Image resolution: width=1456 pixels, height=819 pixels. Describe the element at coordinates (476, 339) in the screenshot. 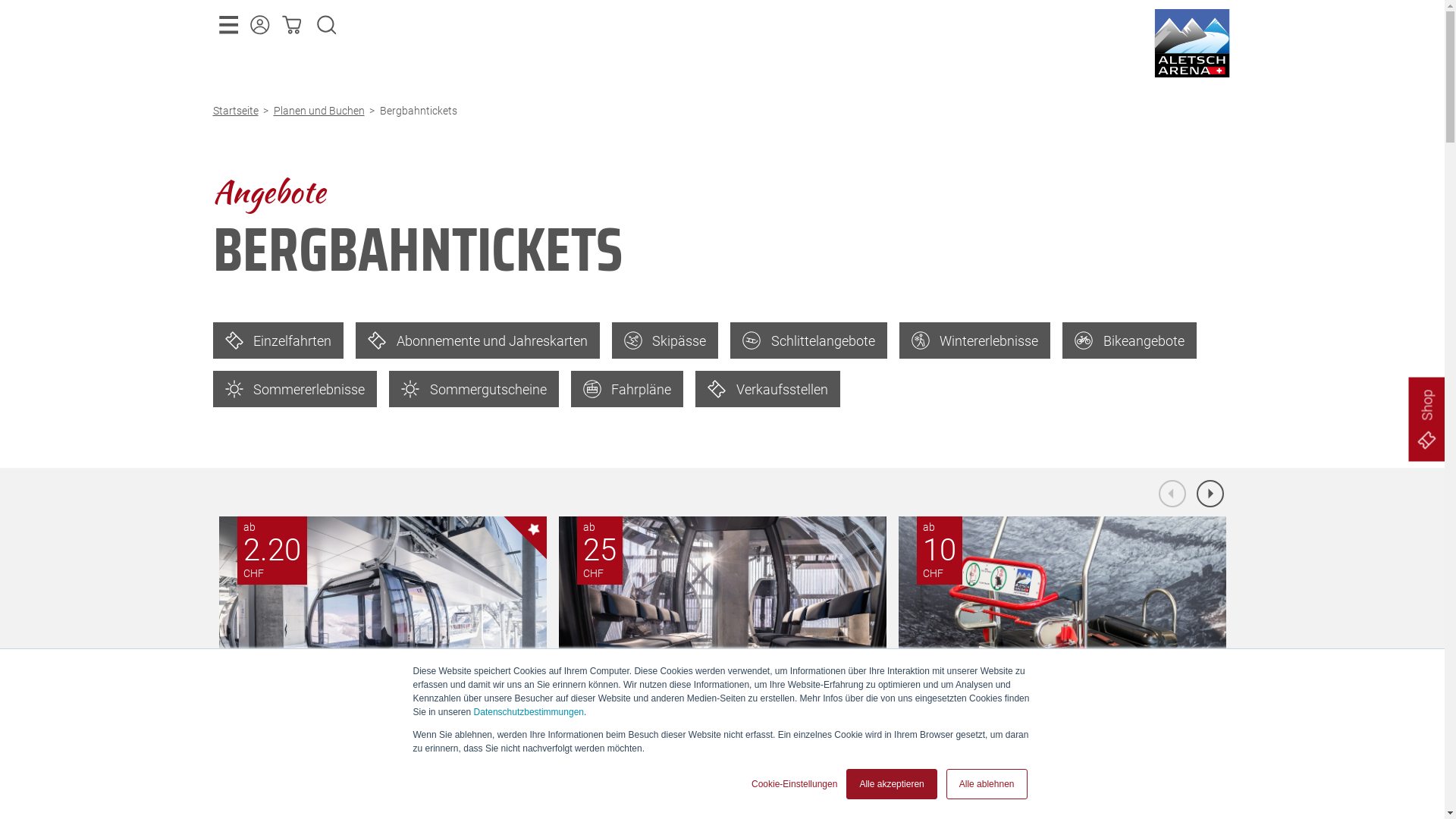

I see `'Abonnemente und Jahreskarten'` at that location.